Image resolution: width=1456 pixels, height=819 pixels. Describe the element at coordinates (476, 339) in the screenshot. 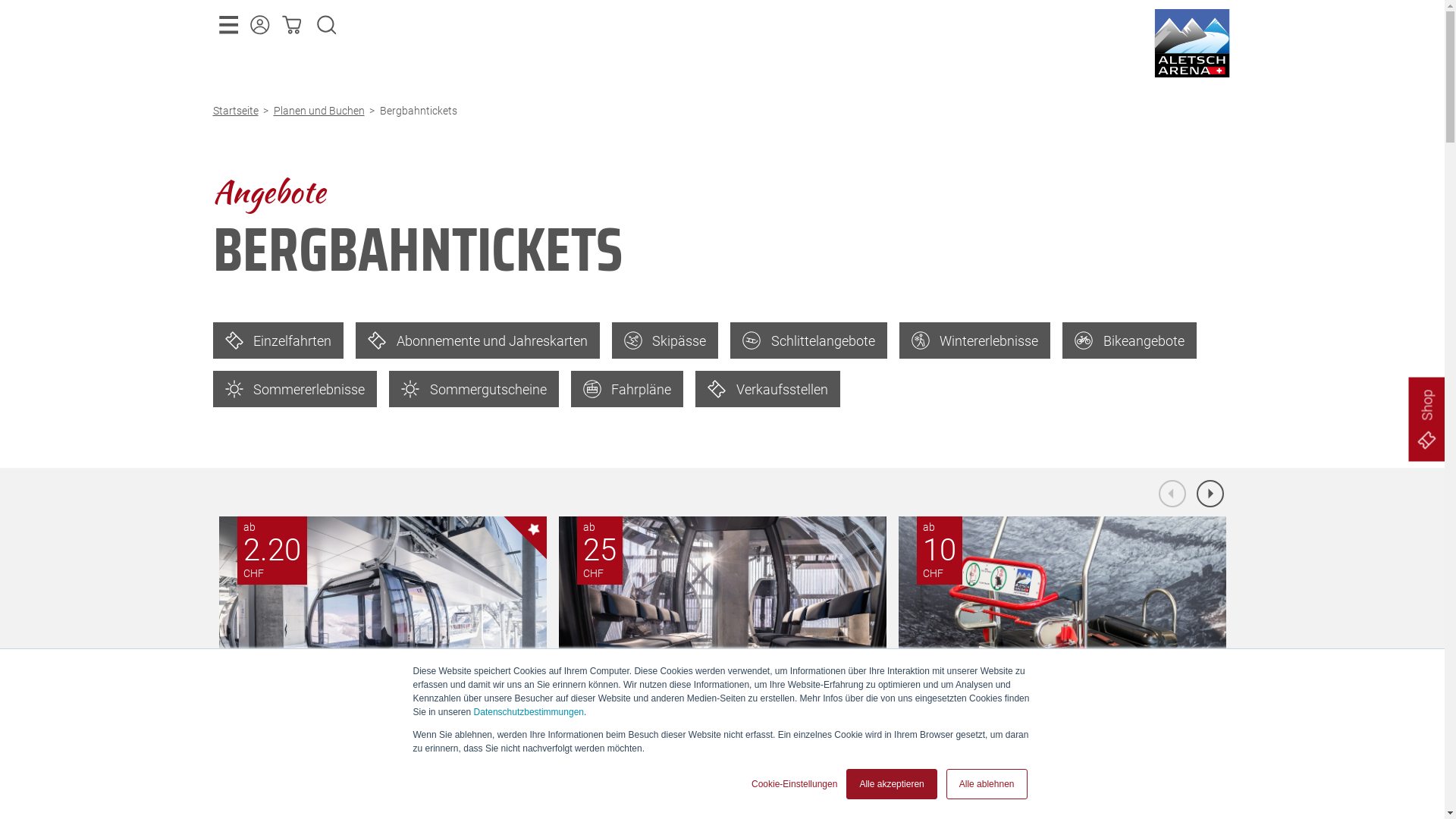

I see `'Abonnemente und Jahreskarten'` at that location.